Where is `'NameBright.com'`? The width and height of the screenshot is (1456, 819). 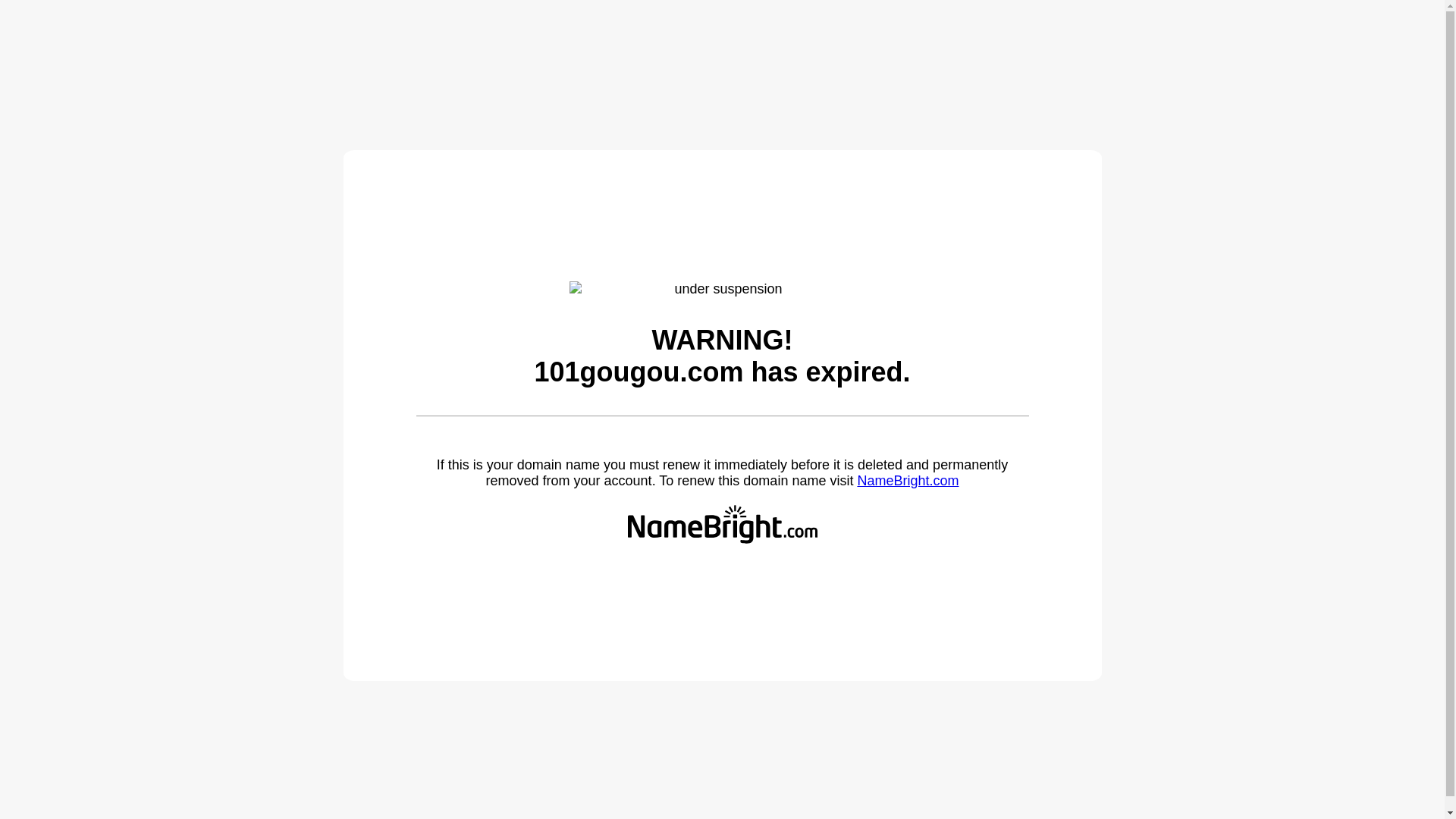 'NameBright.com' is located at coordinates (907, 480).